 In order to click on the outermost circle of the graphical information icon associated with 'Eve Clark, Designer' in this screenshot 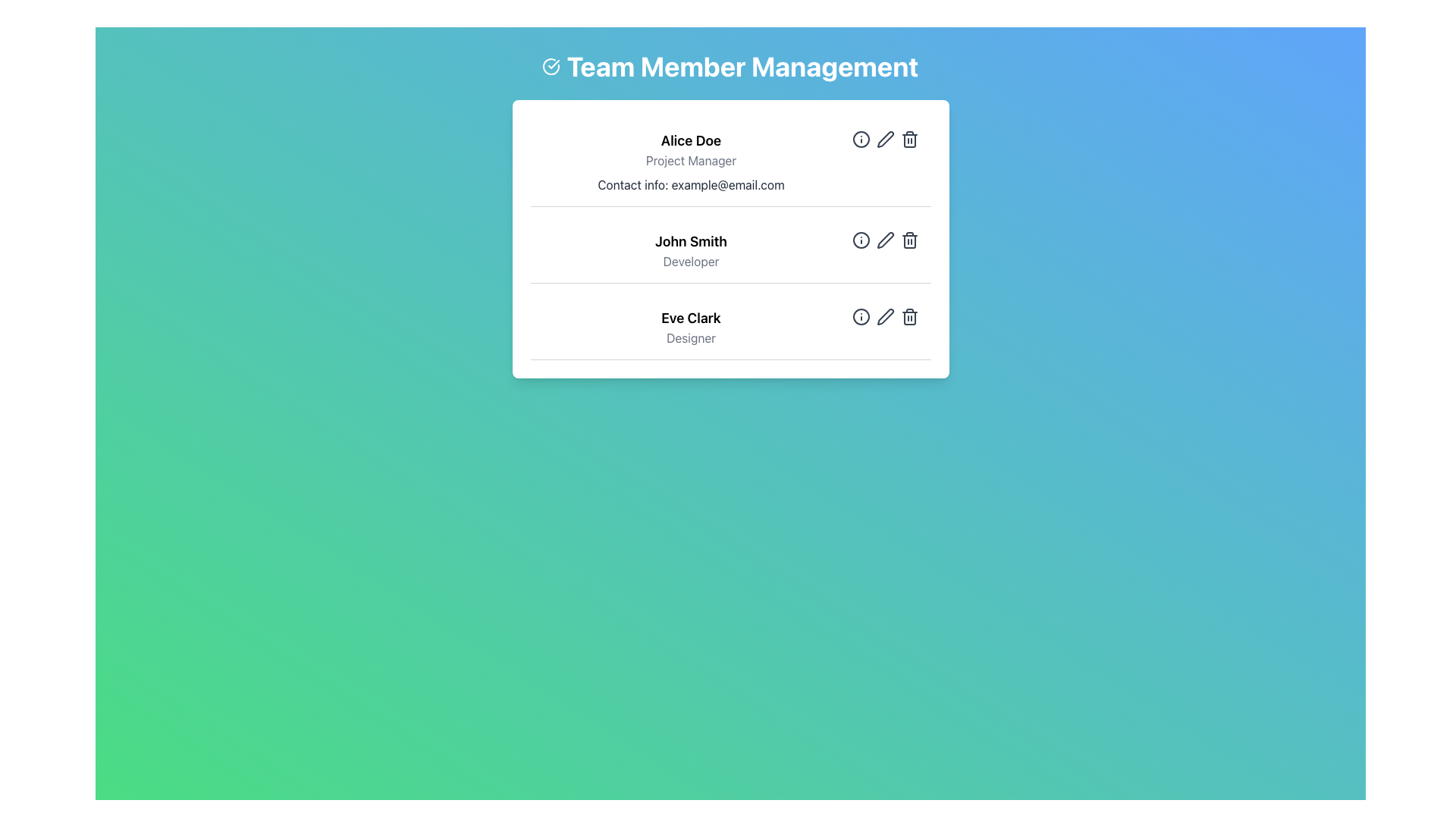, I will do `click(861, 315)`.